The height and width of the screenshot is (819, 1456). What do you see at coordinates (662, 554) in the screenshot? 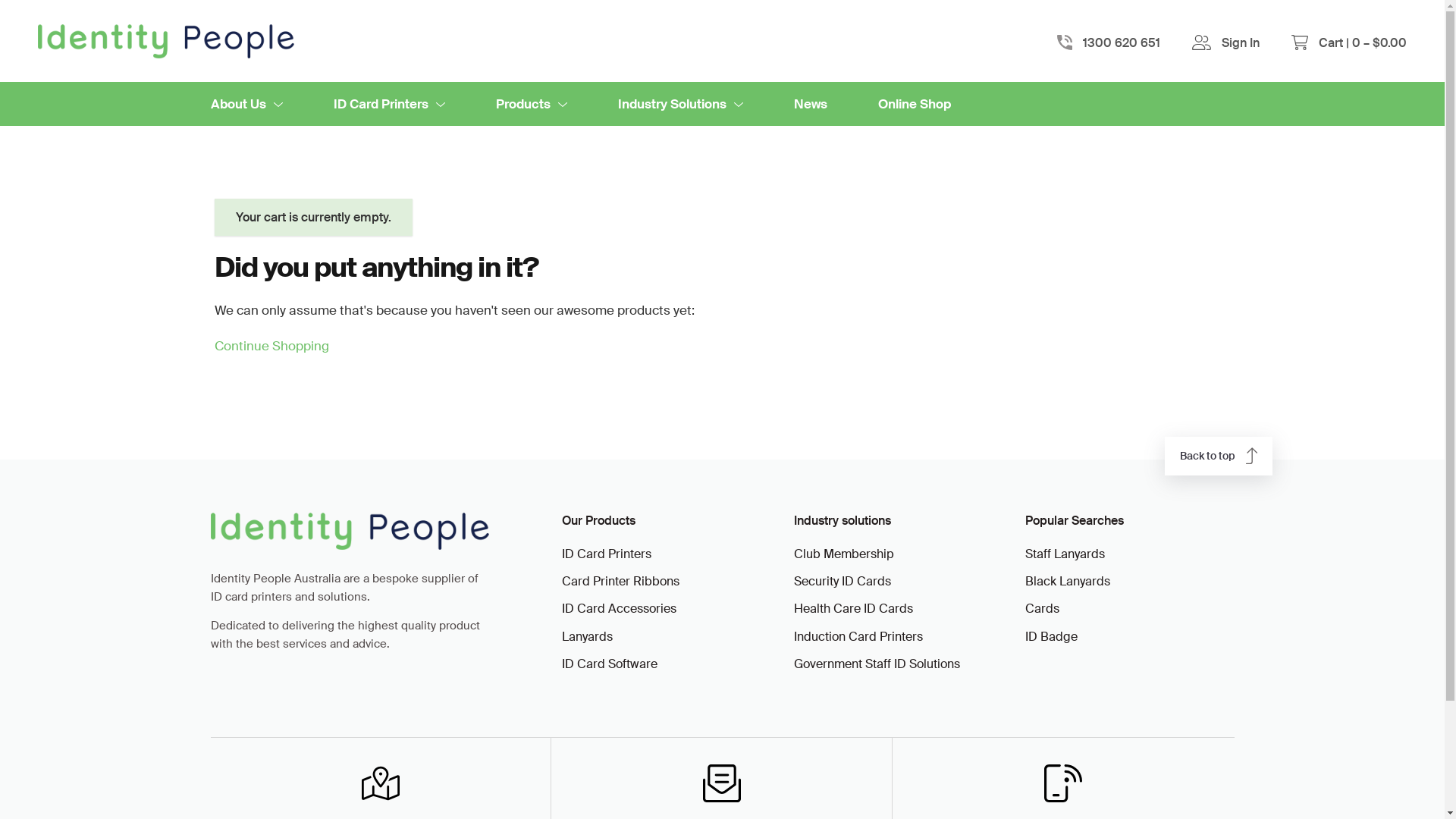
I see `'ID Card Printers'` at bounding box center [662, 554].